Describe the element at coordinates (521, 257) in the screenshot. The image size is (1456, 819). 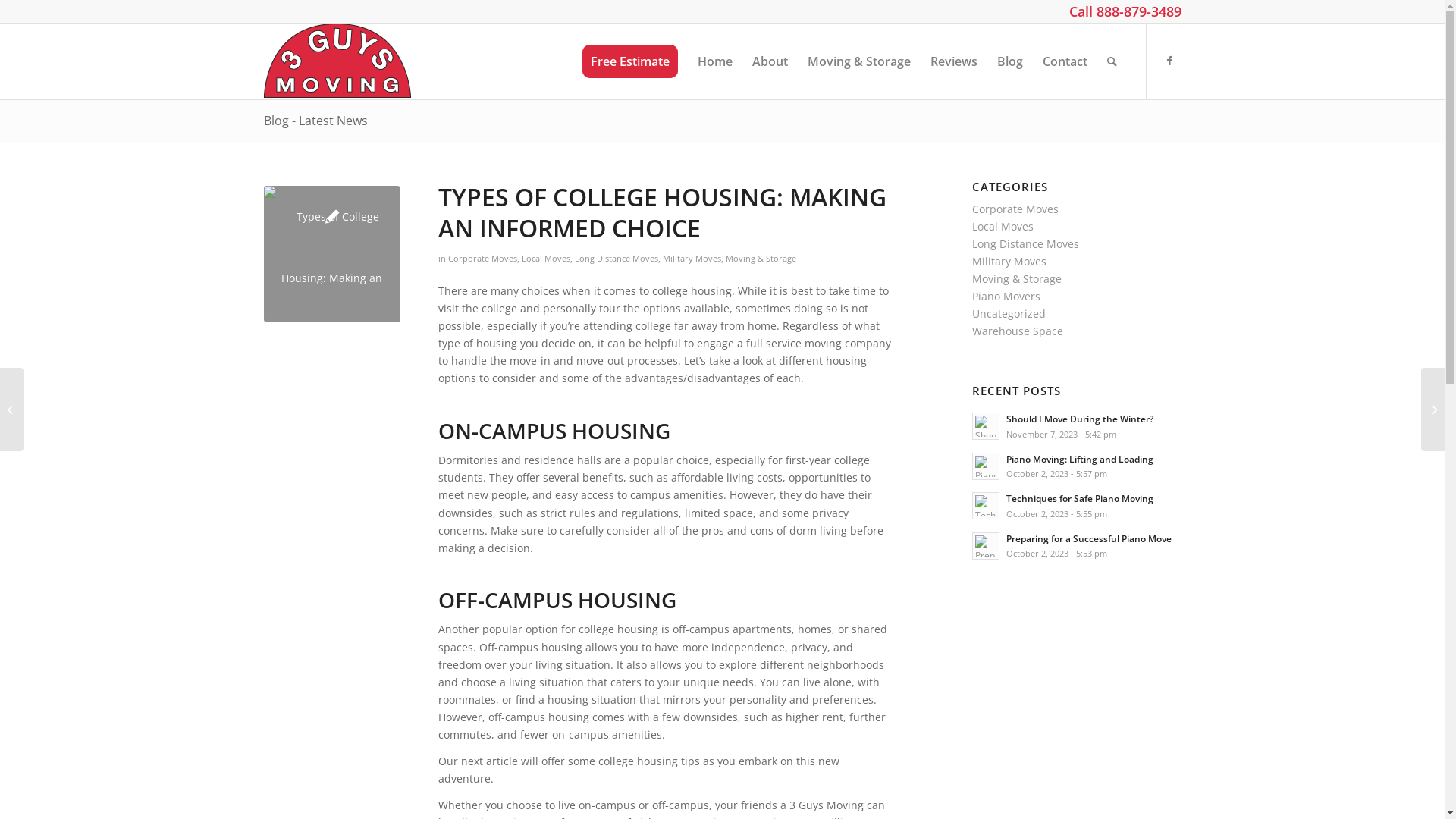
I see `'Local Moves'` at that location.